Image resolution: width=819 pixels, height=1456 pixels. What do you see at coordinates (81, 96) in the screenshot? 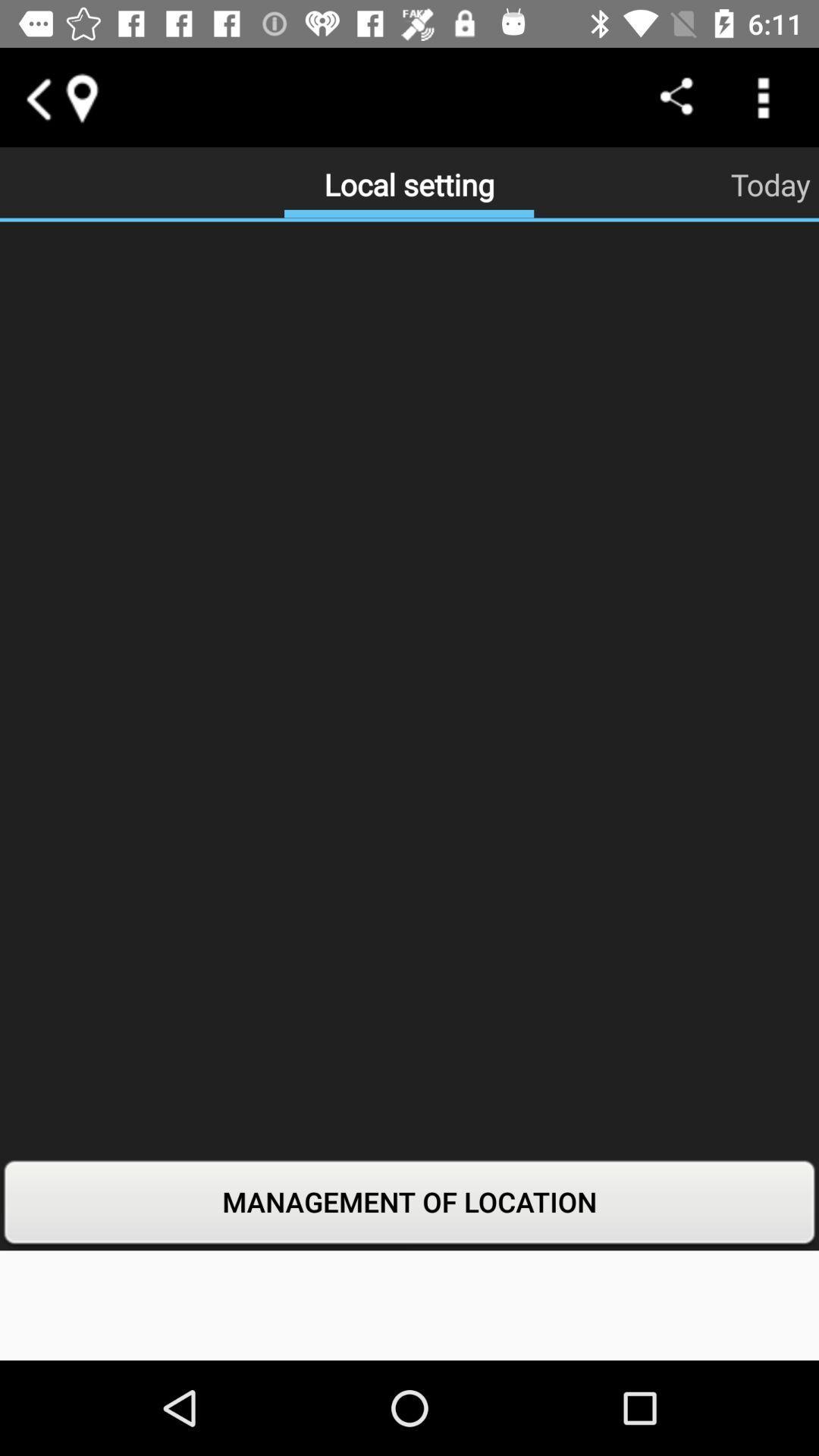
I see `the location icon` at bounding box center [81, 96].